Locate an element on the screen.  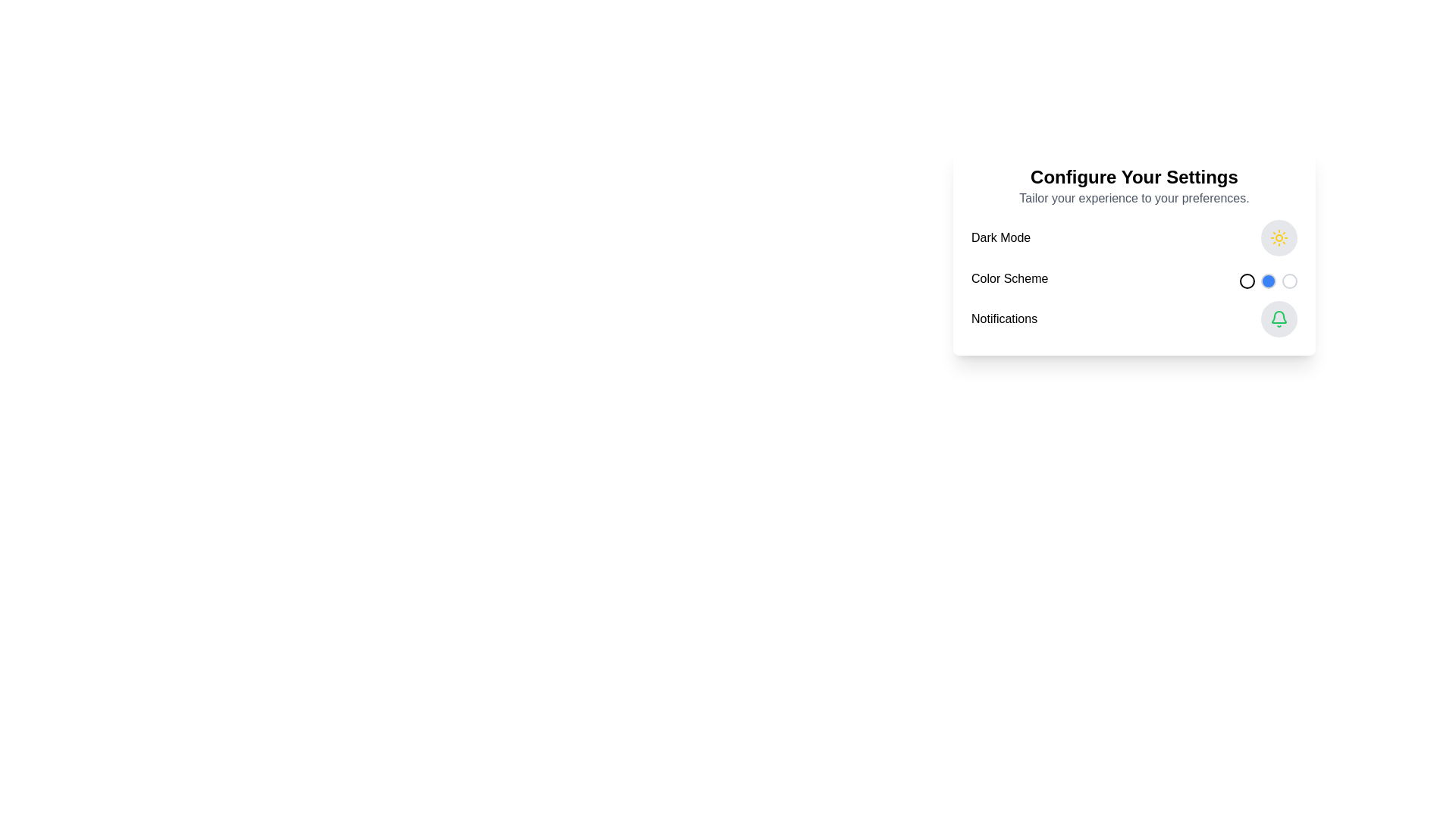
the non-interactive text label that categorizes the color scheme options, located to the left of the circular buttons and under the 'Dark Mode' label is located at coordinates (1009, 278).